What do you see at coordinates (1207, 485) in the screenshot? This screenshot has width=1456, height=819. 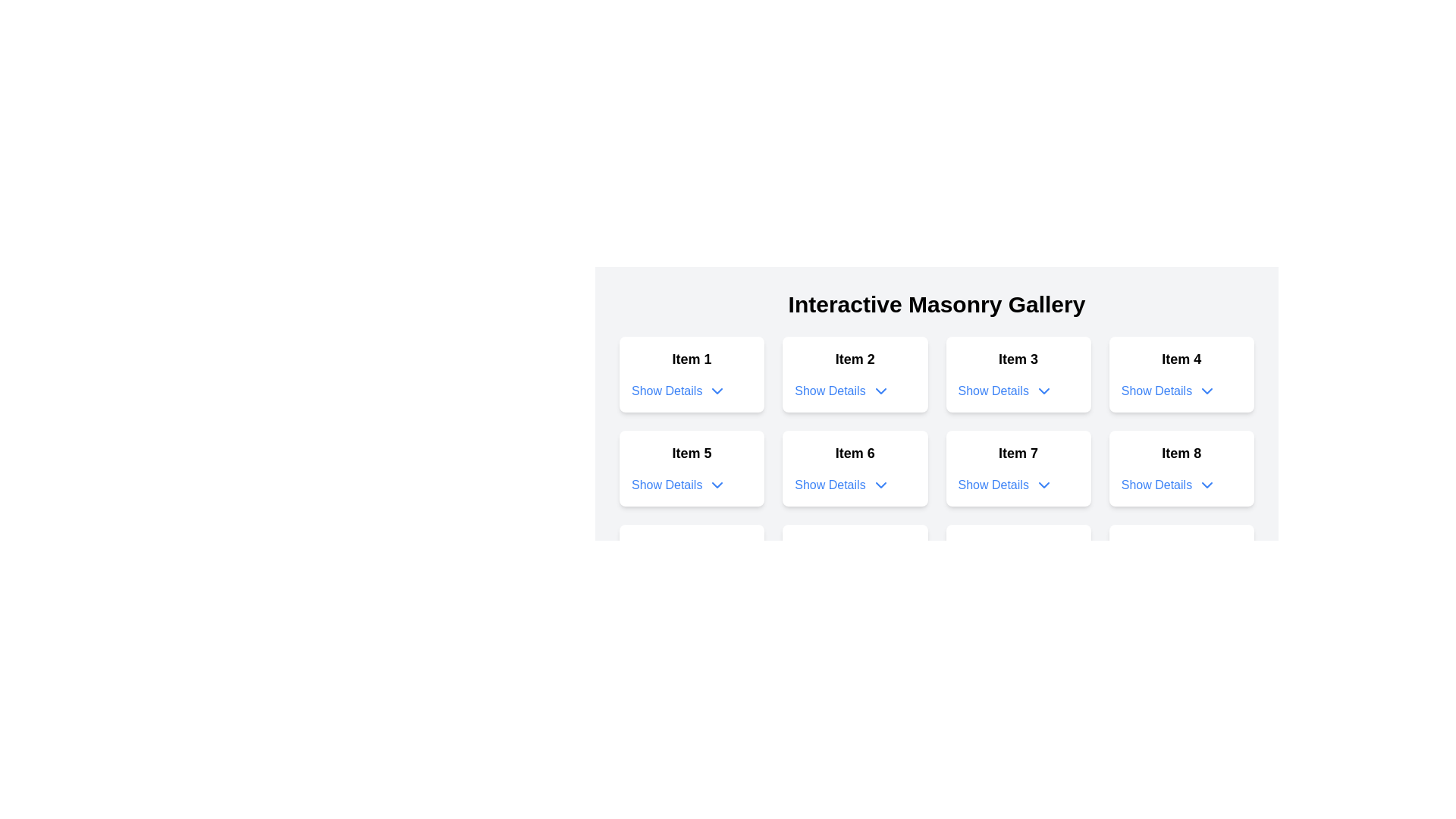 I see `the Chevron Down Icon next to the 'Show Details' text in the 'Item 8' section` at bounding box center [1207, 485].